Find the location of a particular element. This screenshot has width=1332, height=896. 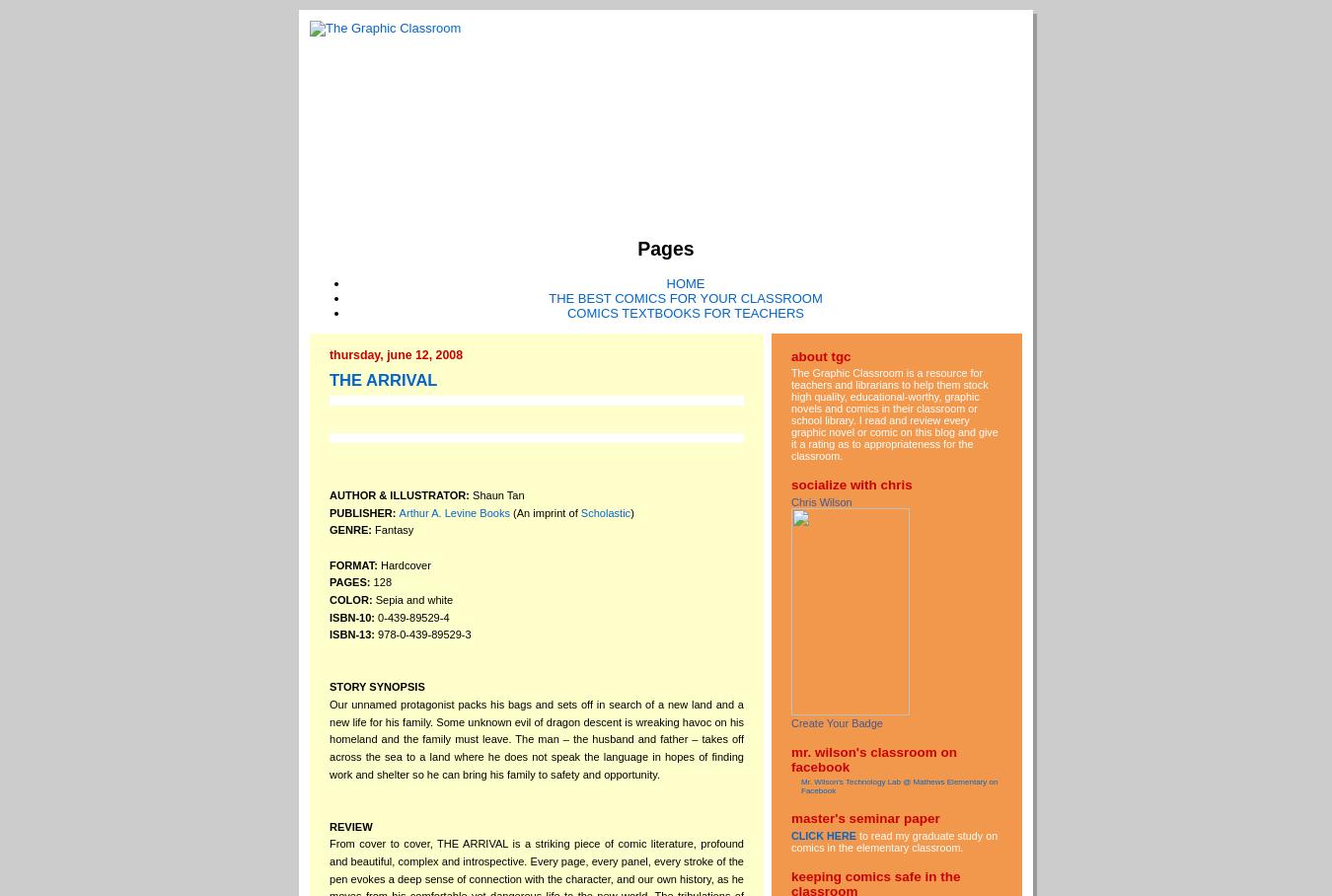

'Sepia and white' is located at coordinates (413, 597).